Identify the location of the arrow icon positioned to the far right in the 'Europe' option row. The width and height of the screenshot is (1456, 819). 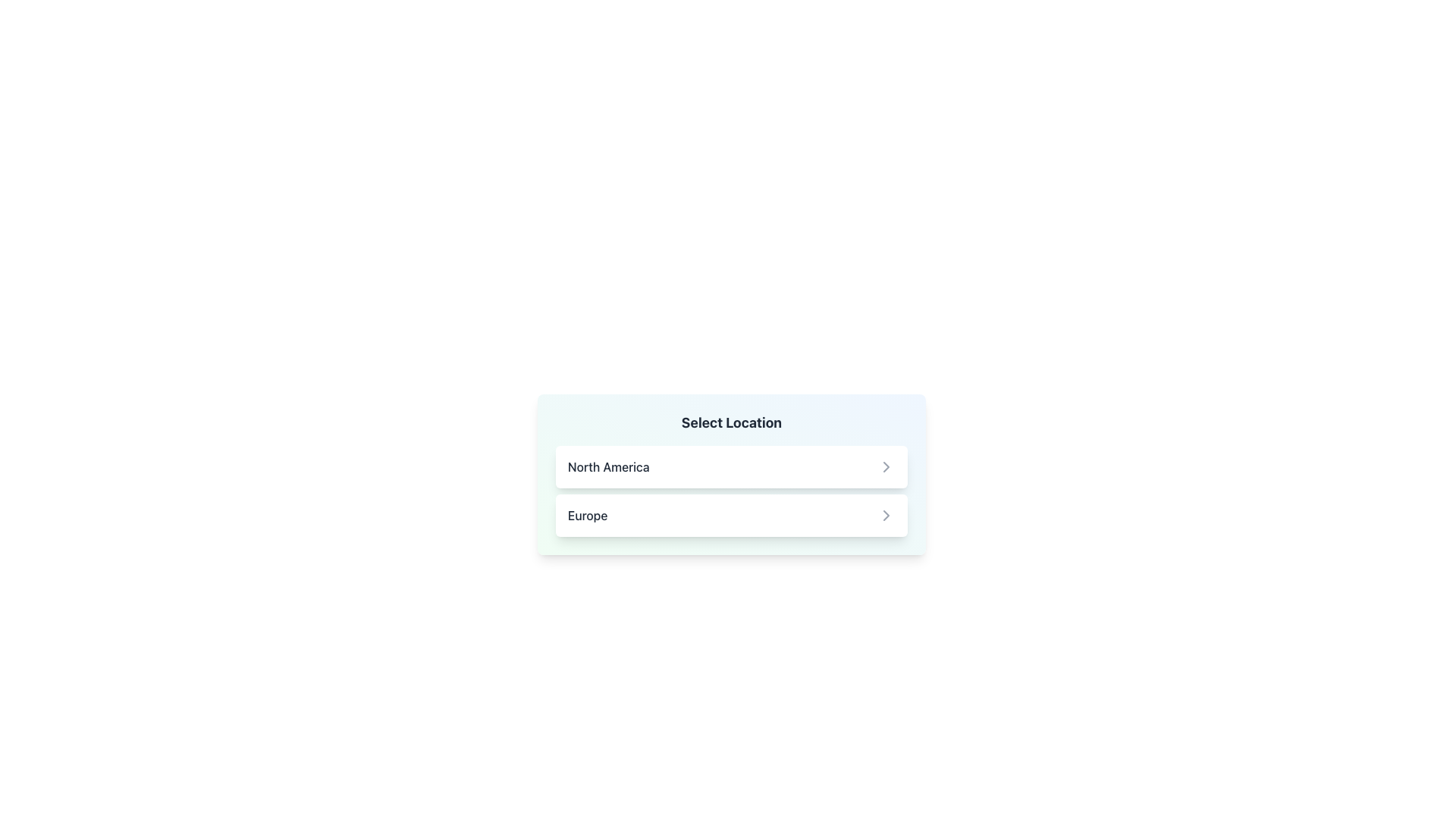
(886, 514).